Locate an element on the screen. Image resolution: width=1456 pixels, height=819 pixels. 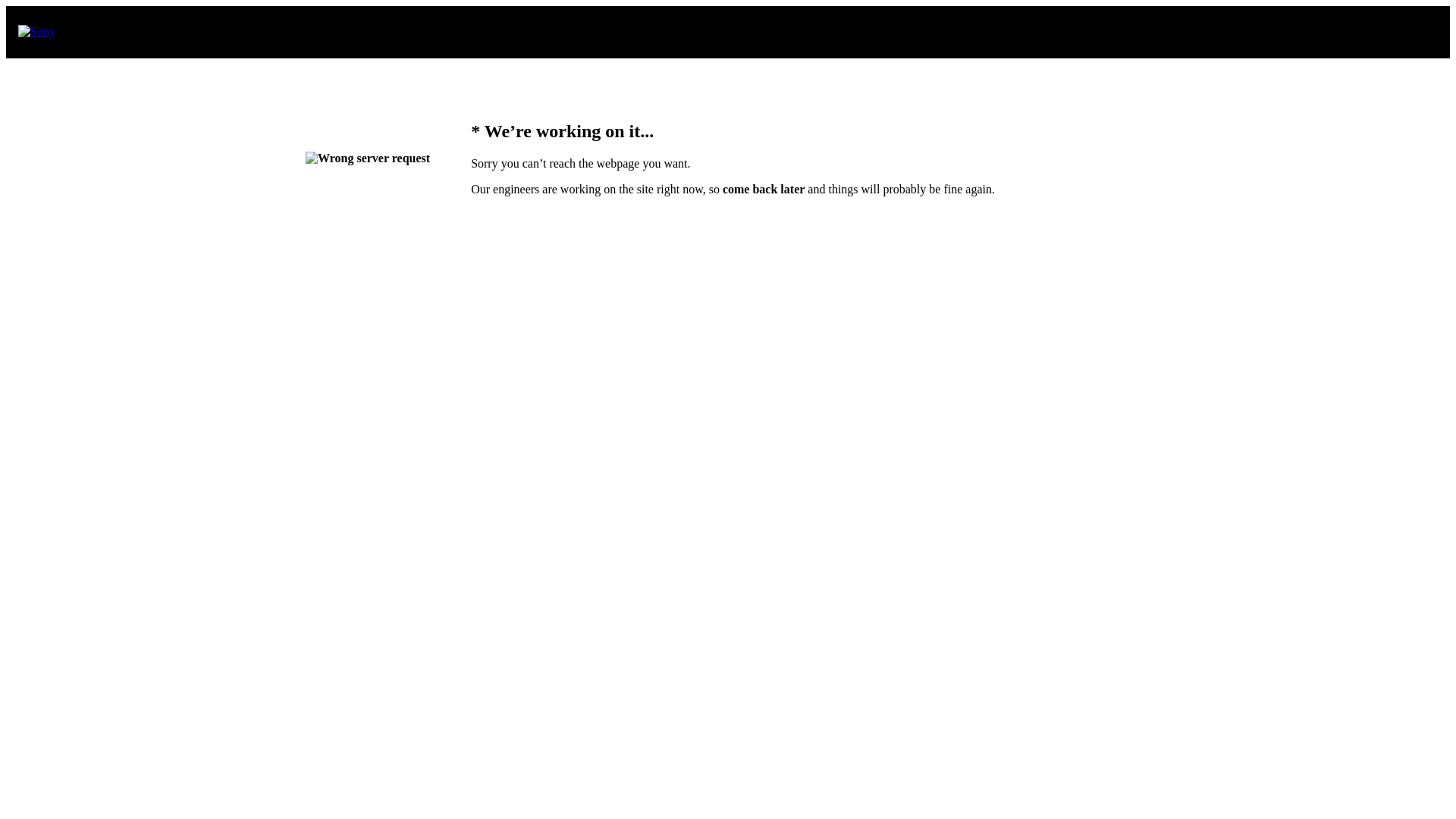
'Wrong server request' is located at coordinates (367, 158).